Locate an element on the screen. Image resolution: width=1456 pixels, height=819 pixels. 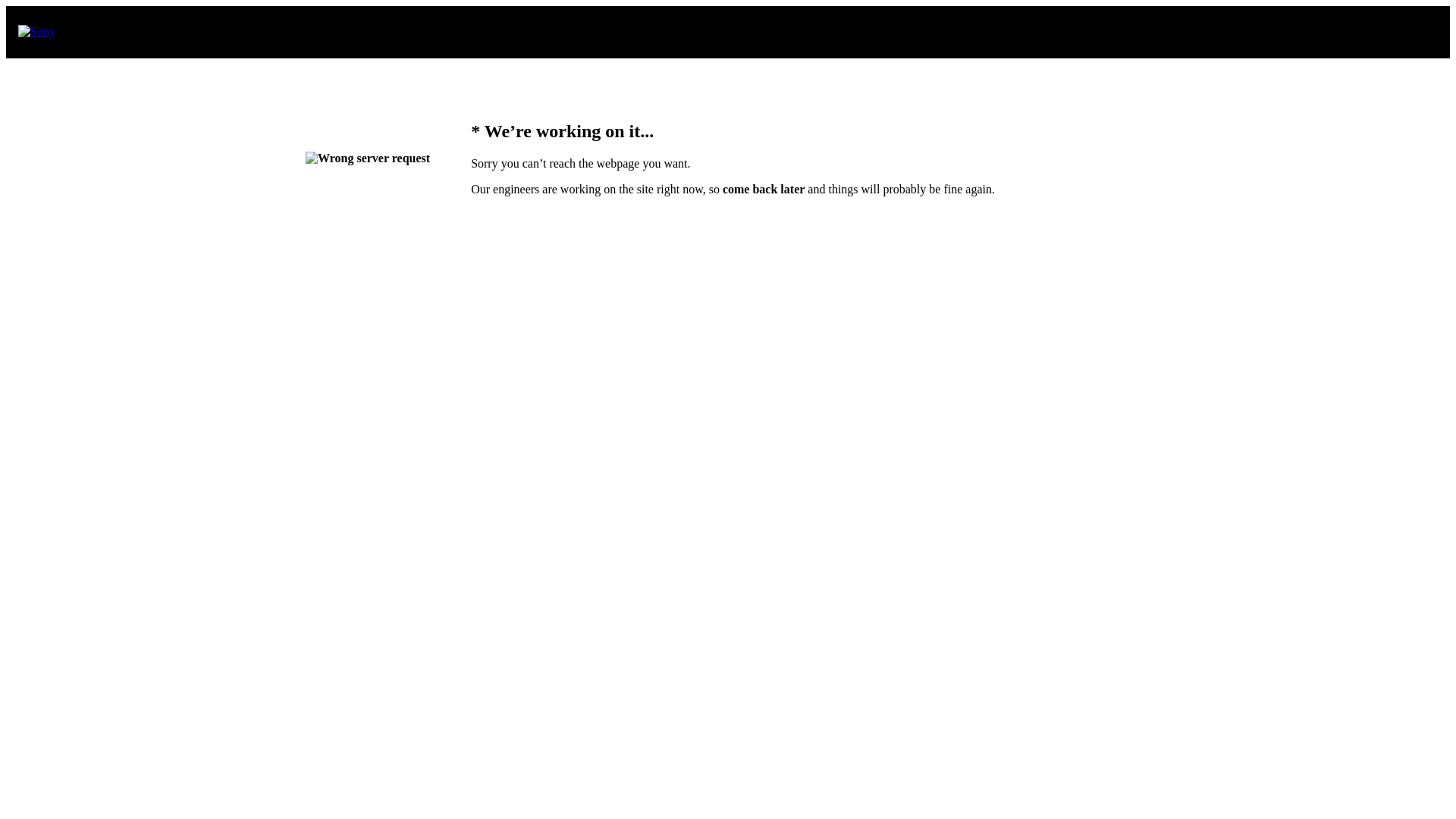
'Wrong server request' is located at coordinates (367, 158).